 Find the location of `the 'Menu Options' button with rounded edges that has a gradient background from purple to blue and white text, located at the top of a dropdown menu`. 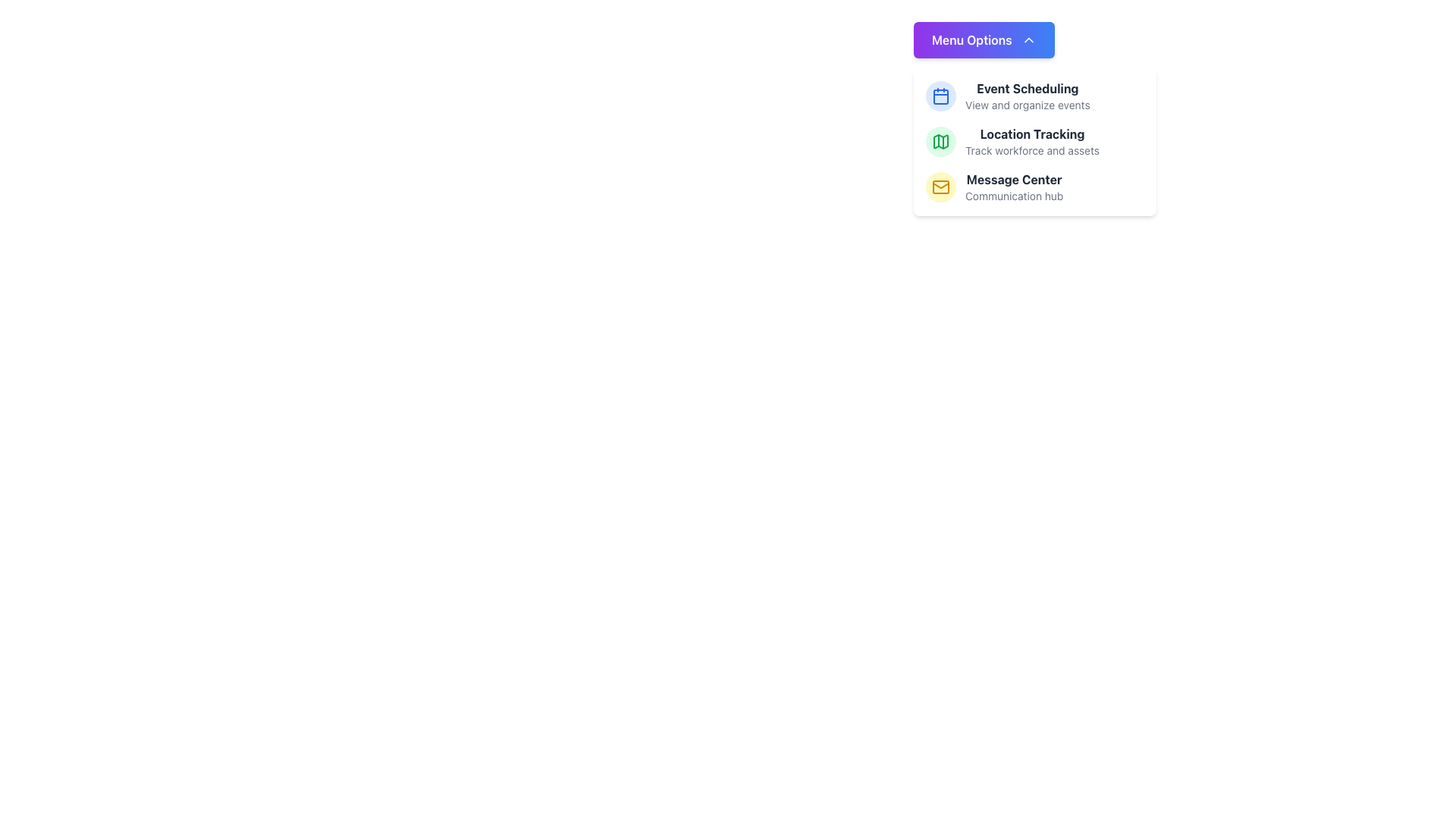

the 'Menu Options' button with rounded edges that has a gradient background from purple to blue and white text, located at the top of a dropdown menu is located at coordinates (984, 39).